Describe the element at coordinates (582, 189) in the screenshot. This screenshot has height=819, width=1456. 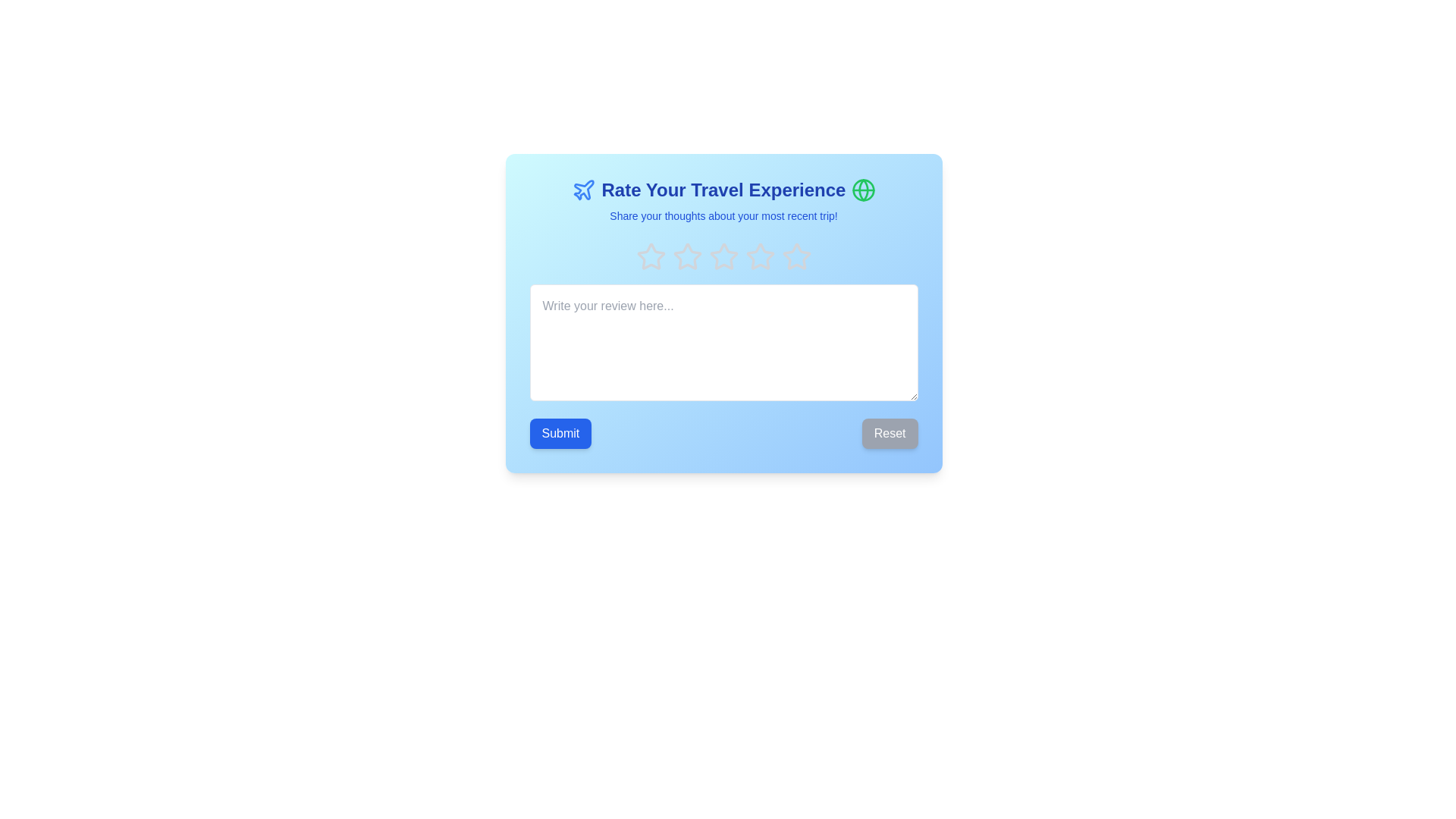
I see `the decorative travel-themed icon located near the top-left corner of the review interface, aligned with the title 'Rate Your Travel Experience'` at that location.